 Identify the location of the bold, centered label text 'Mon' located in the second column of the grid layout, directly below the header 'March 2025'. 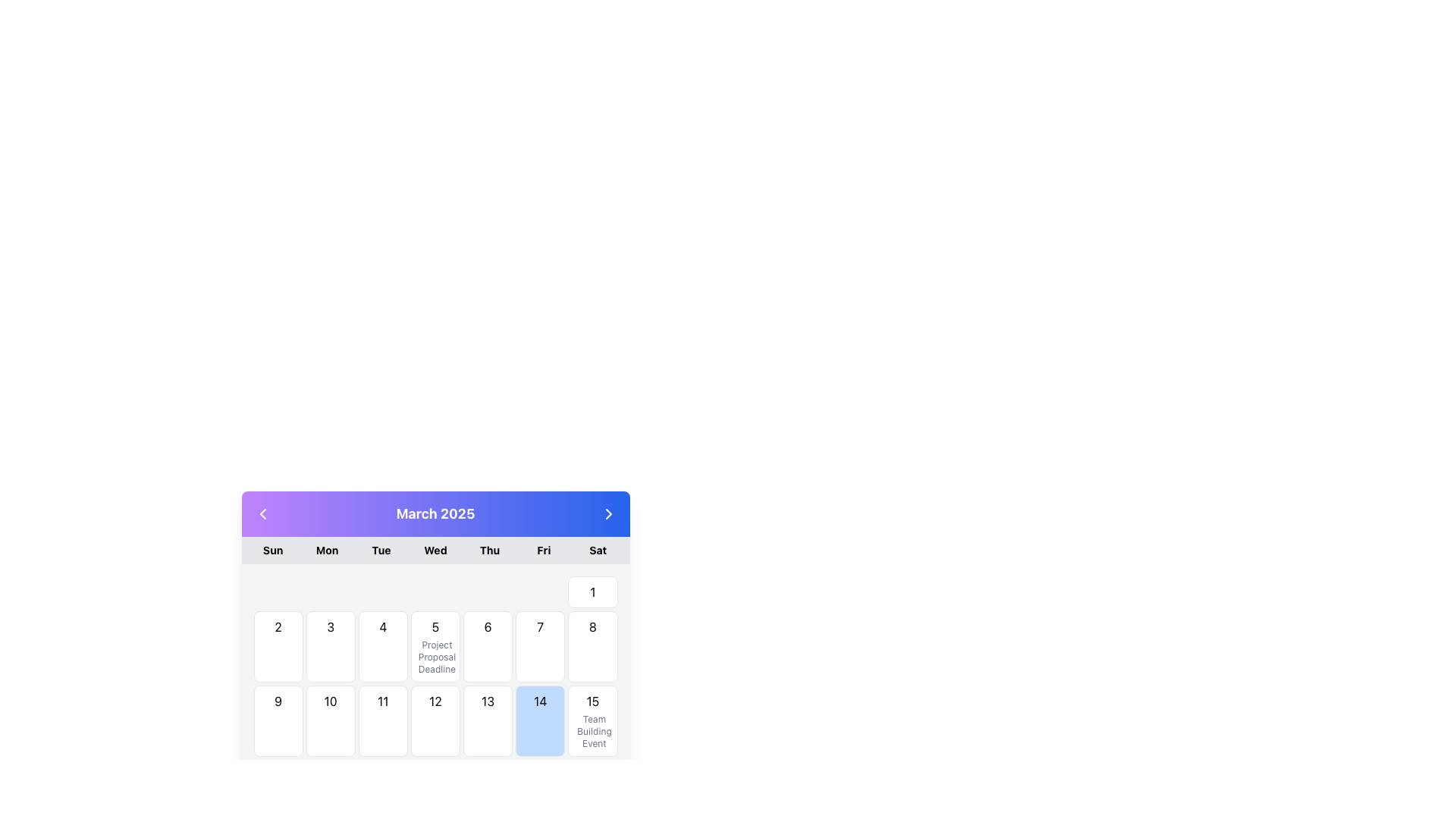
(326, 550).